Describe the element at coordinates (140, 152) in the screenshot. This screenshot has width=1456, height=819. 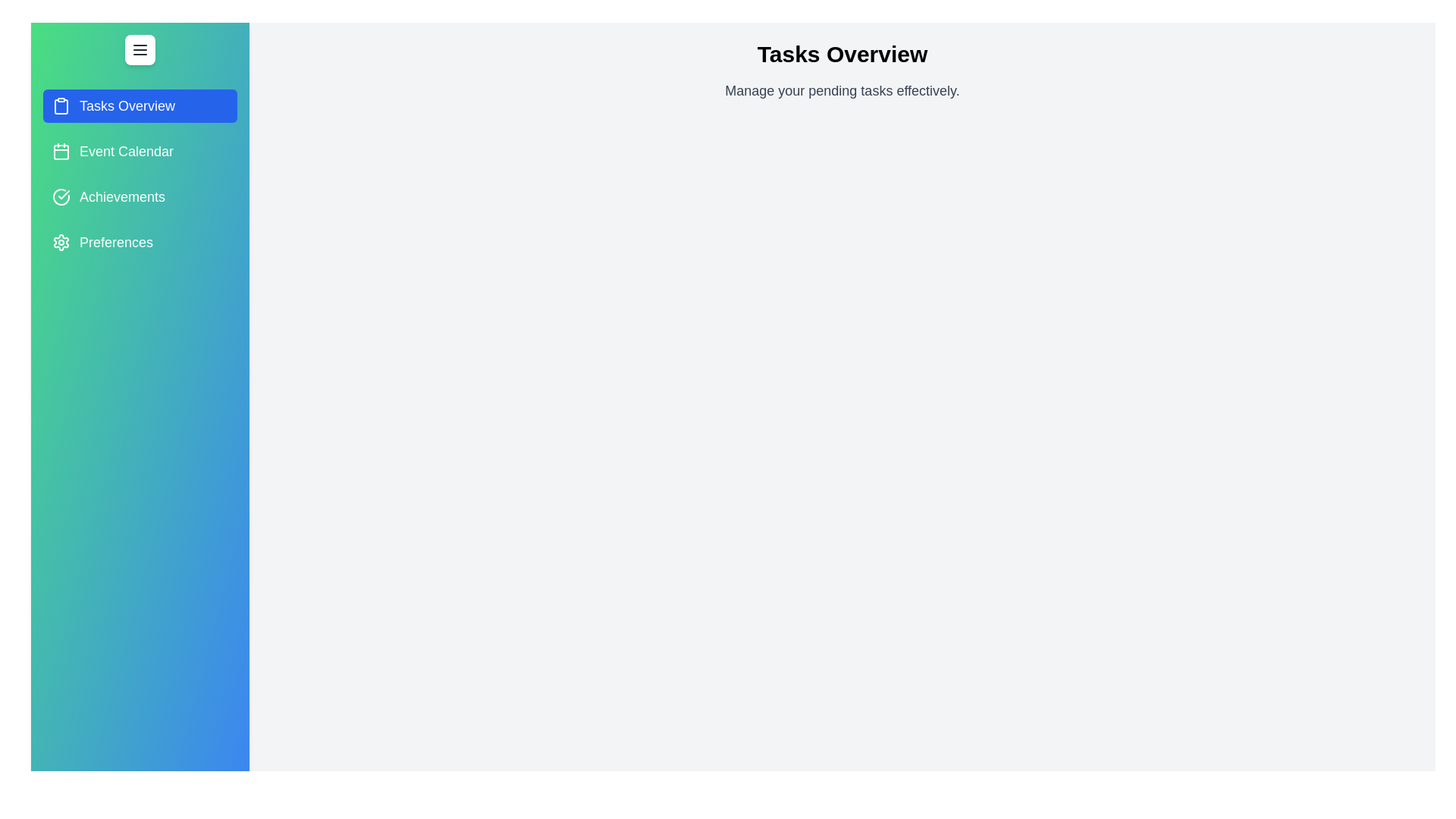
I see `the tab named Event Calendar from the drawer menu` at that location.